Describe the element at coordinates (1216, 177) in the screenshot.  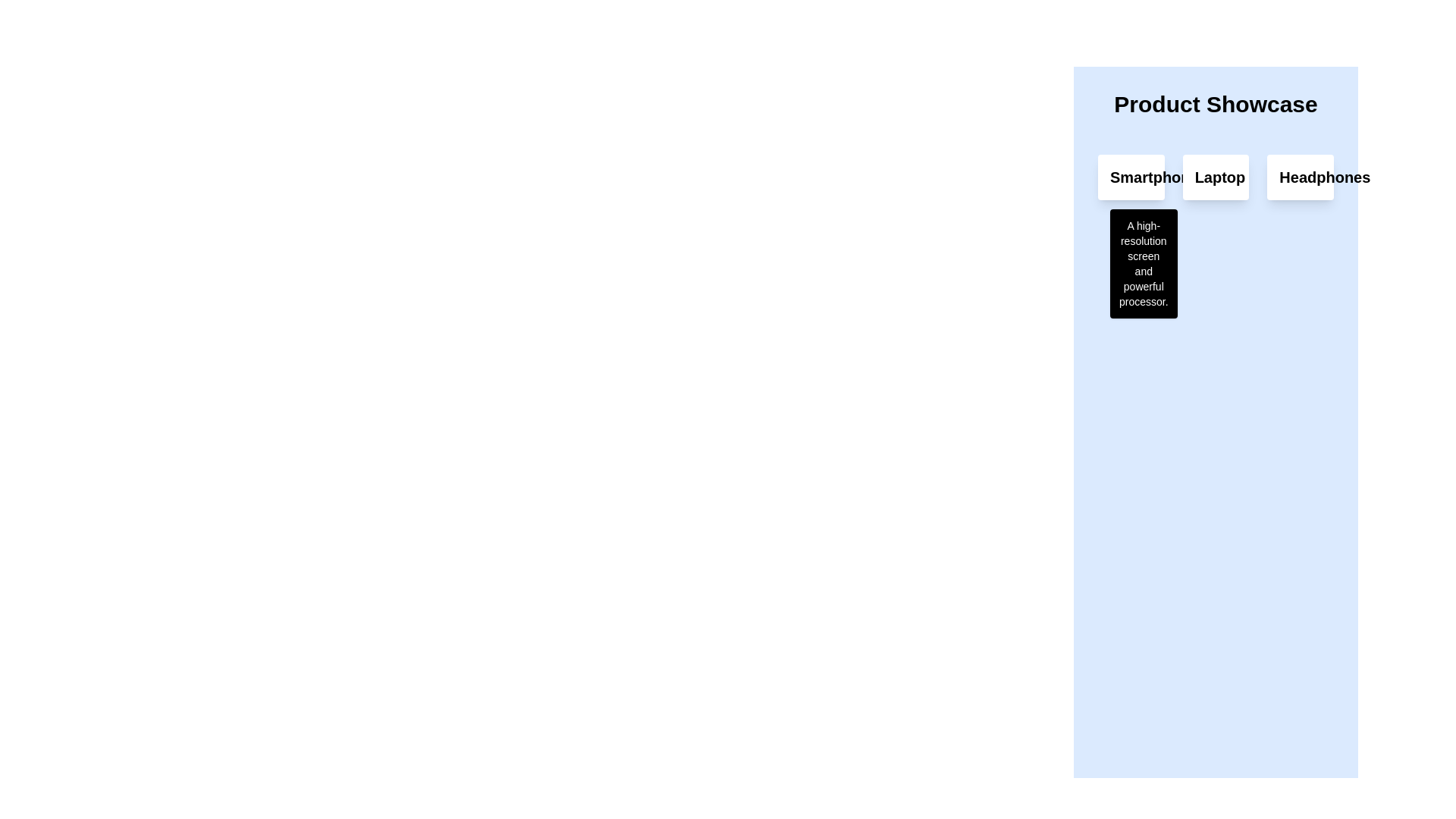
I see `the Text element representing the 'Laptop' product category, located in the second column of the Product Showcase grid` at that location.